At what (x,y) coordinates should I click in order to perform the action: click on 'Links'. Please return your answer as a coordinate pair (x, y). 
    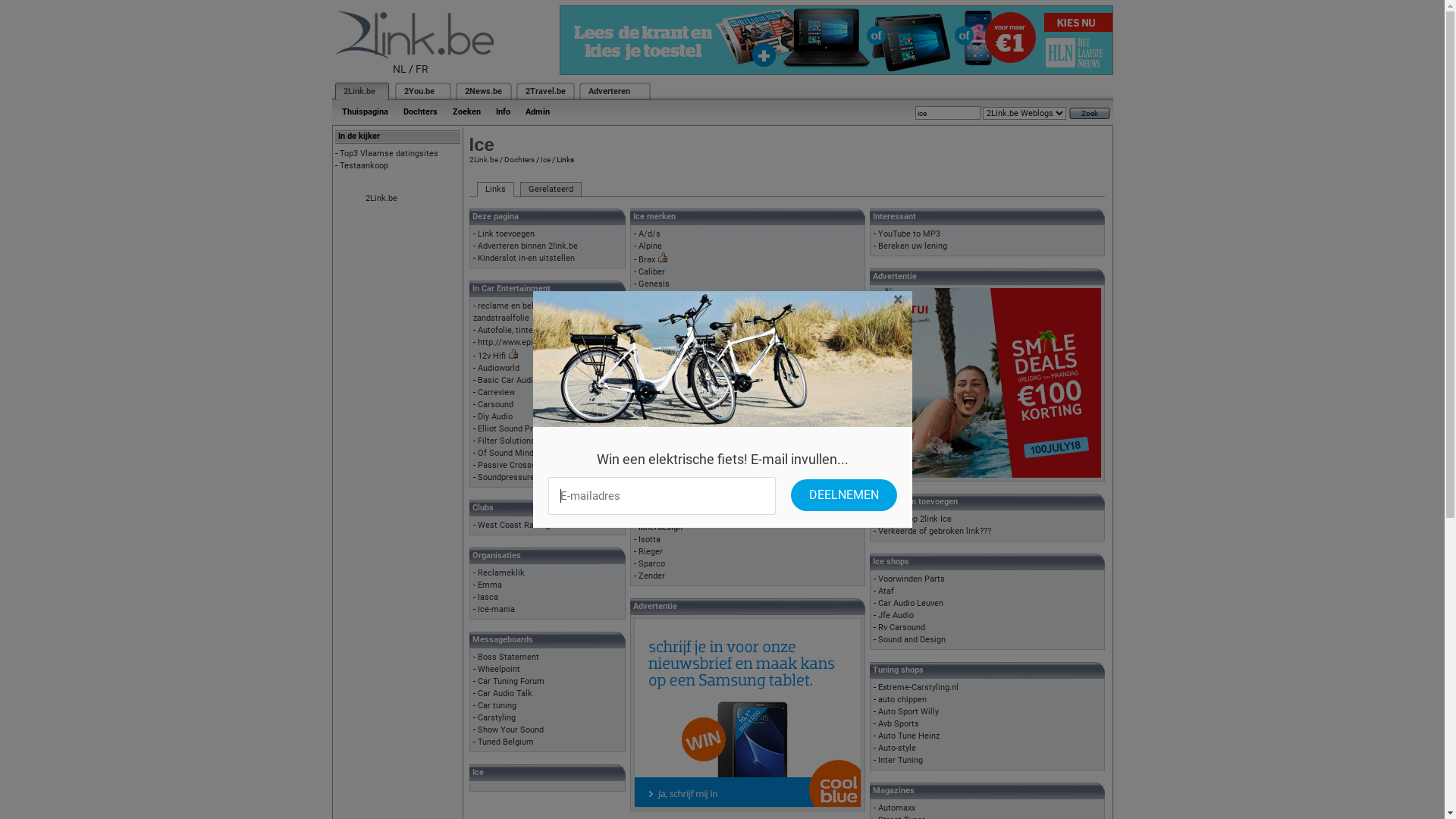
    Looking at the image, I should click on (475, 189).